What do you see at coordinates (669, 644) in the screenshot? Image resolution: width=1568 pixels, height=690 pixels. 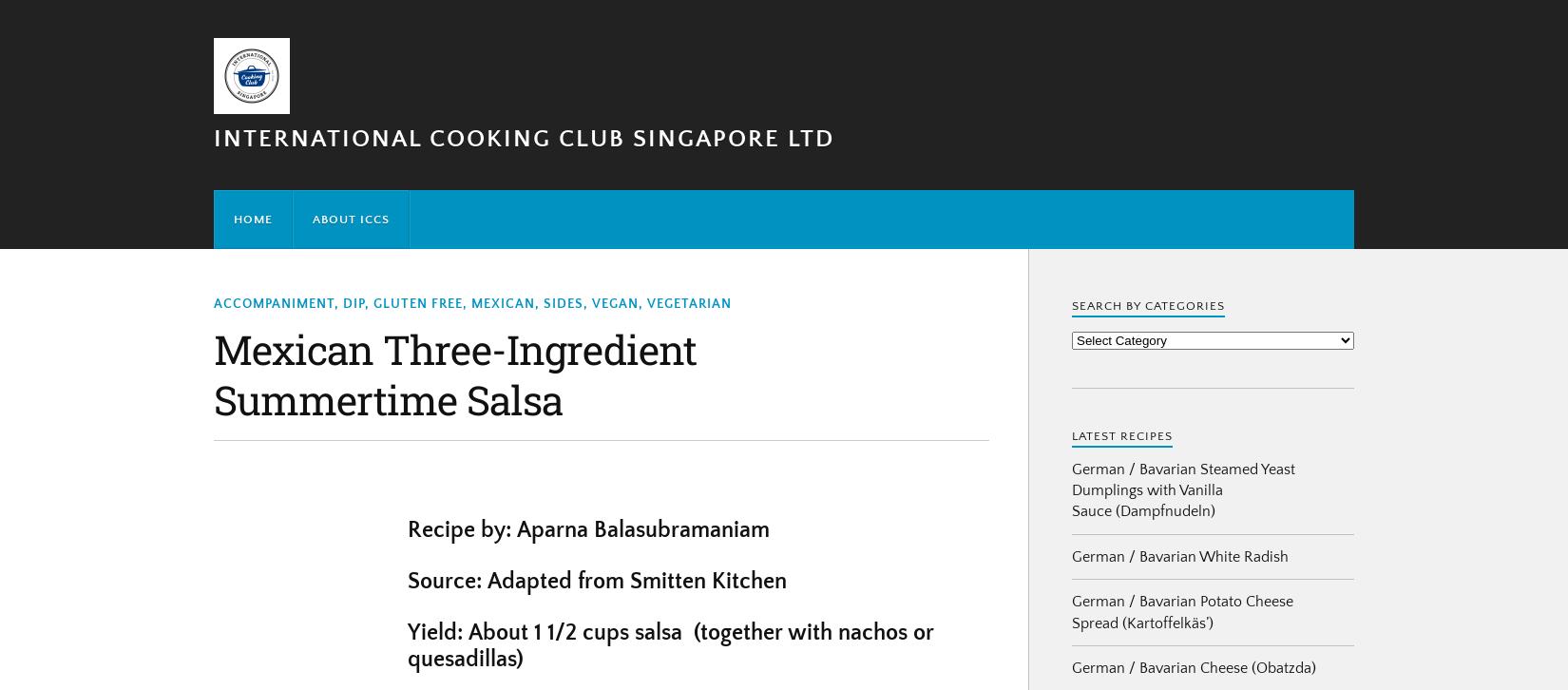 I see `'Yield: About 1 1/2 cups salsa  (together with nachos or quesadillas)'` at bounding box center [669, 644].